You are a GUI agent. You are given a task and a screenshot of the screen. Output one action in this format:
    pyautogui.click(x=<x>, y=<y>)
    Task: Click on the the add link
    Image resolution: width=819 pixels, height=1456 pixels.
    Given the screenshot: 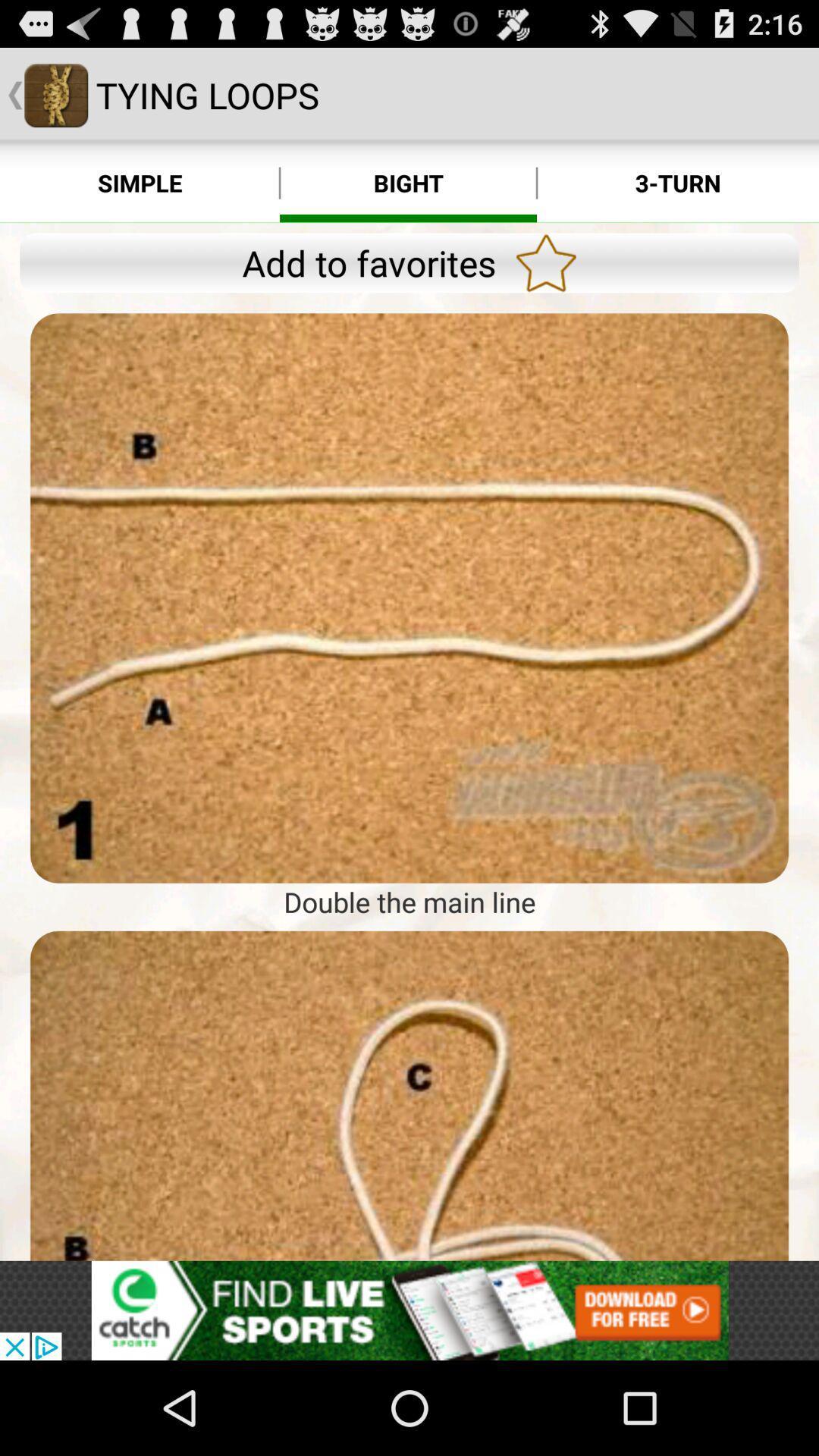 What is the action you would take?
    pyautogui.click(x=409, y=1310)
    